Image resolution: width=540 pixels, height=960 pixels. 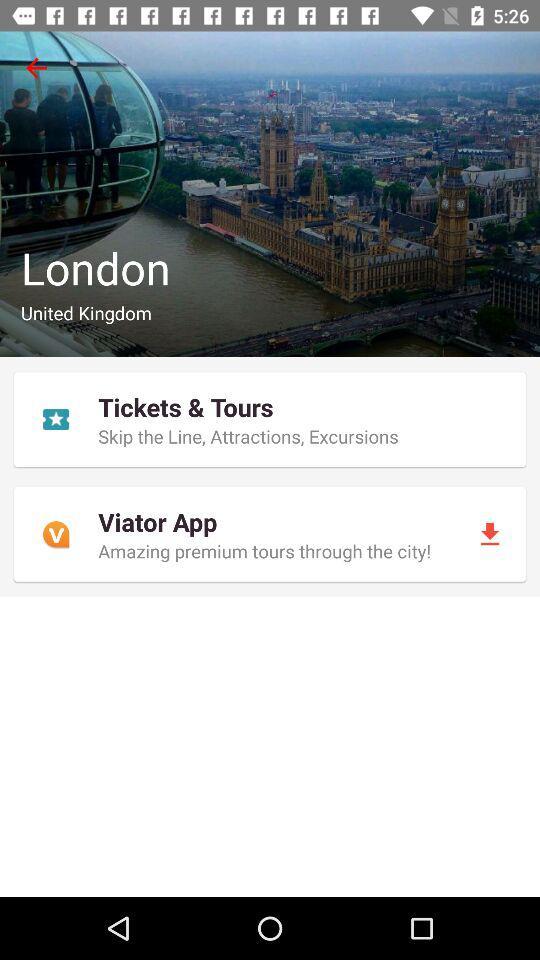 What do you see at coordinates (488, 533) in the screenshot?
I see `the download icon` at bounding box center [488, 533].